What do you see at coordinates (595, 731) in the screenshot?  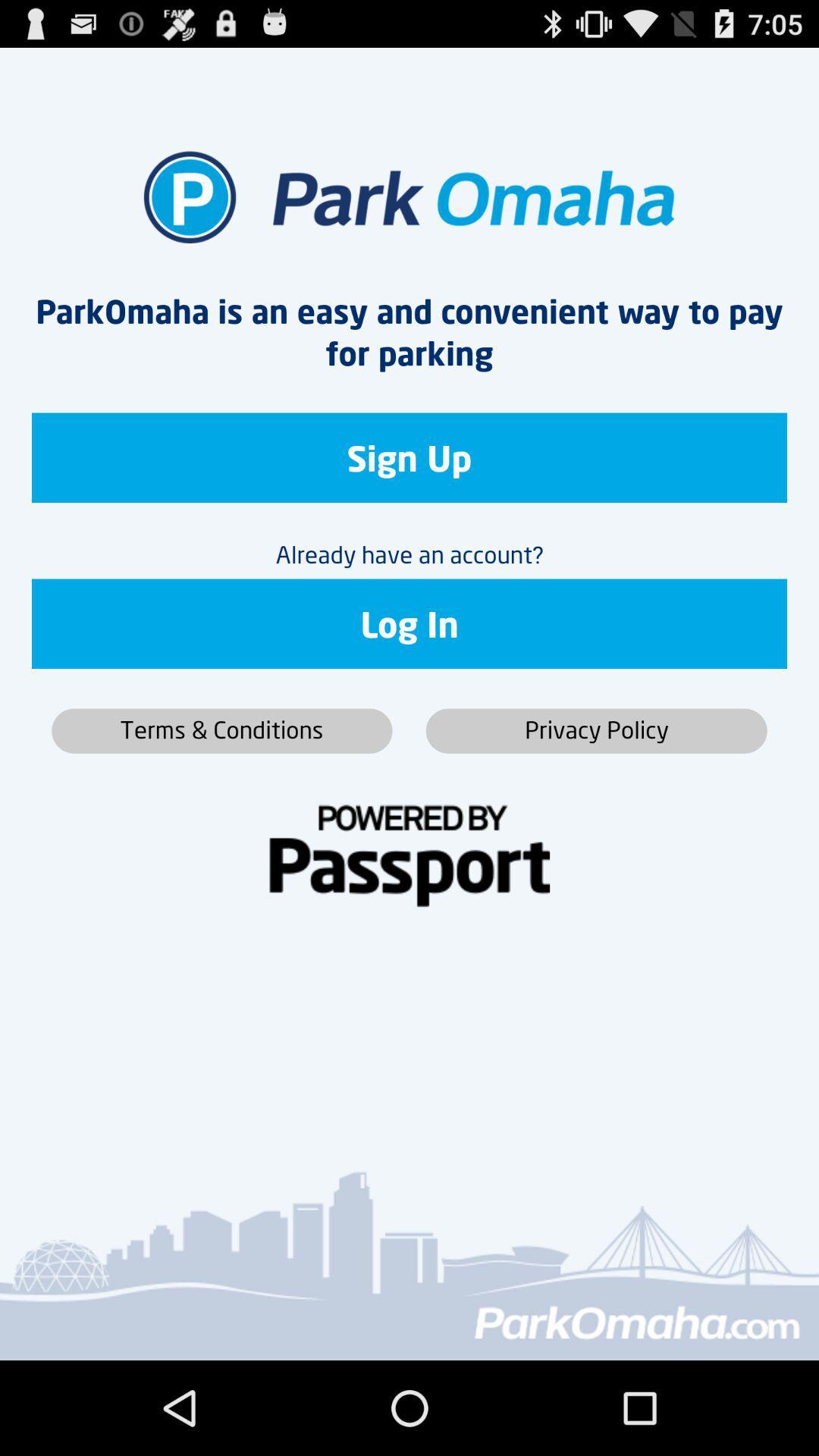 I see `the privacy policy item` at bounding box center [595, 731].